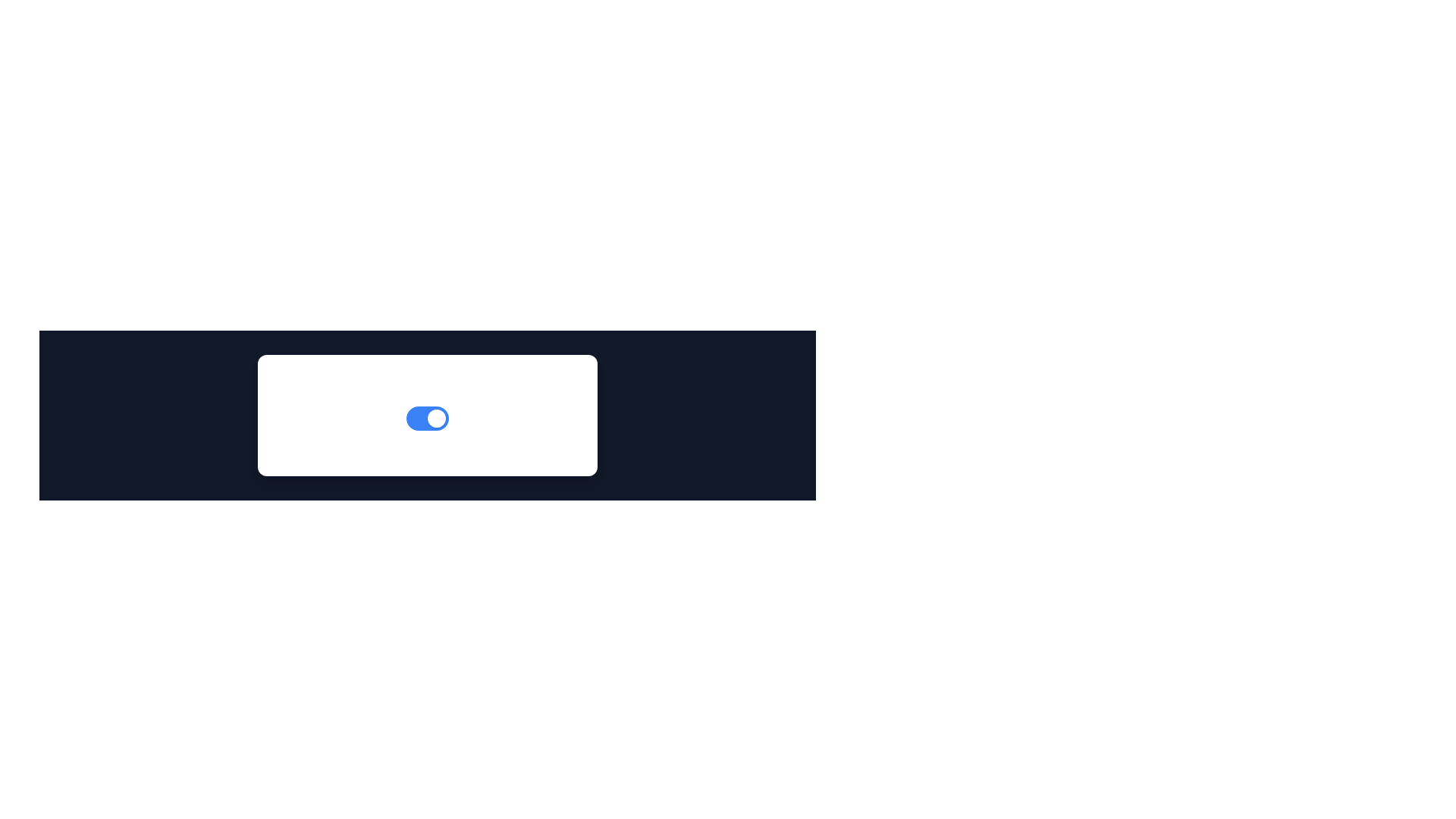 The height and width of the screenshot is (819, 1456). What do you see at coordinates (444, 418) in the screenshot?
I see `the toggle switch position` at bounding box center [444, 418].